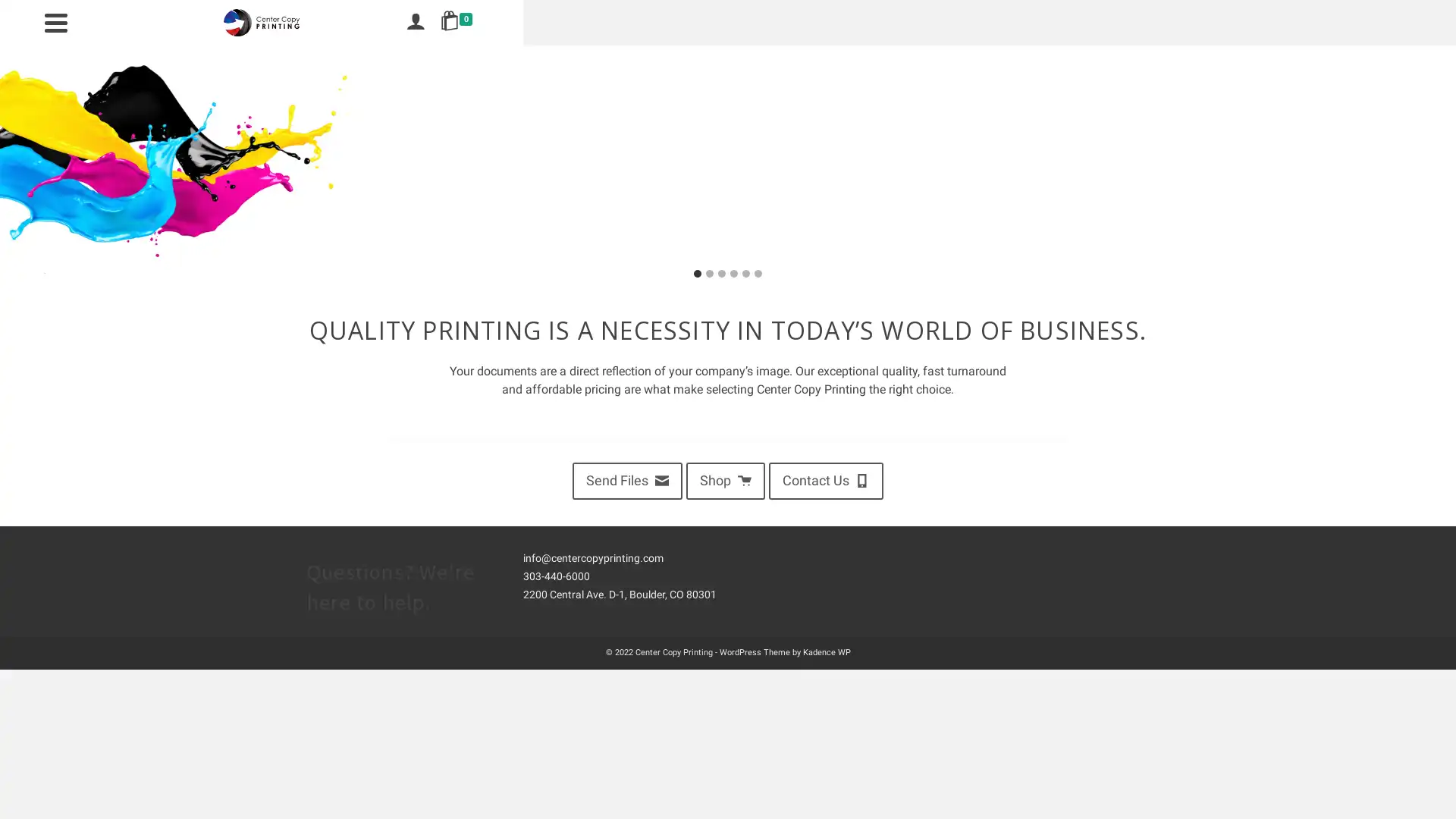 The height and width of the screenshot is (819, 1456). What do you see at coordinates (733, 371) in the screenshot?
I see `Go to slide 4` at bounding box center [733, 371].